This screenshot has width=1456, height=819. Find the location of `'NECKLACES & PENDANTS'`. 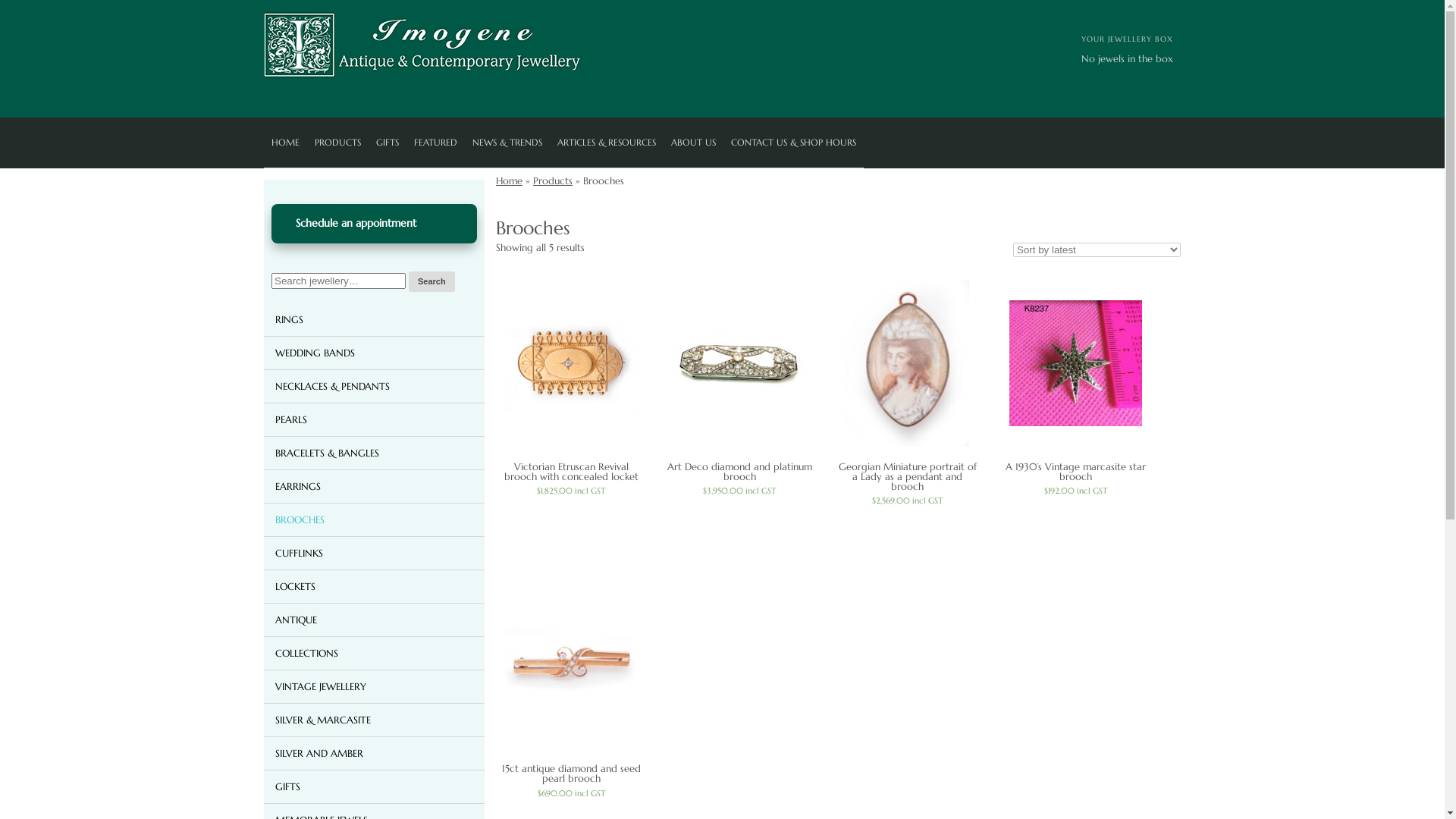

'NECKLACES & PENDANTS' is located at coordinates (374, 384).